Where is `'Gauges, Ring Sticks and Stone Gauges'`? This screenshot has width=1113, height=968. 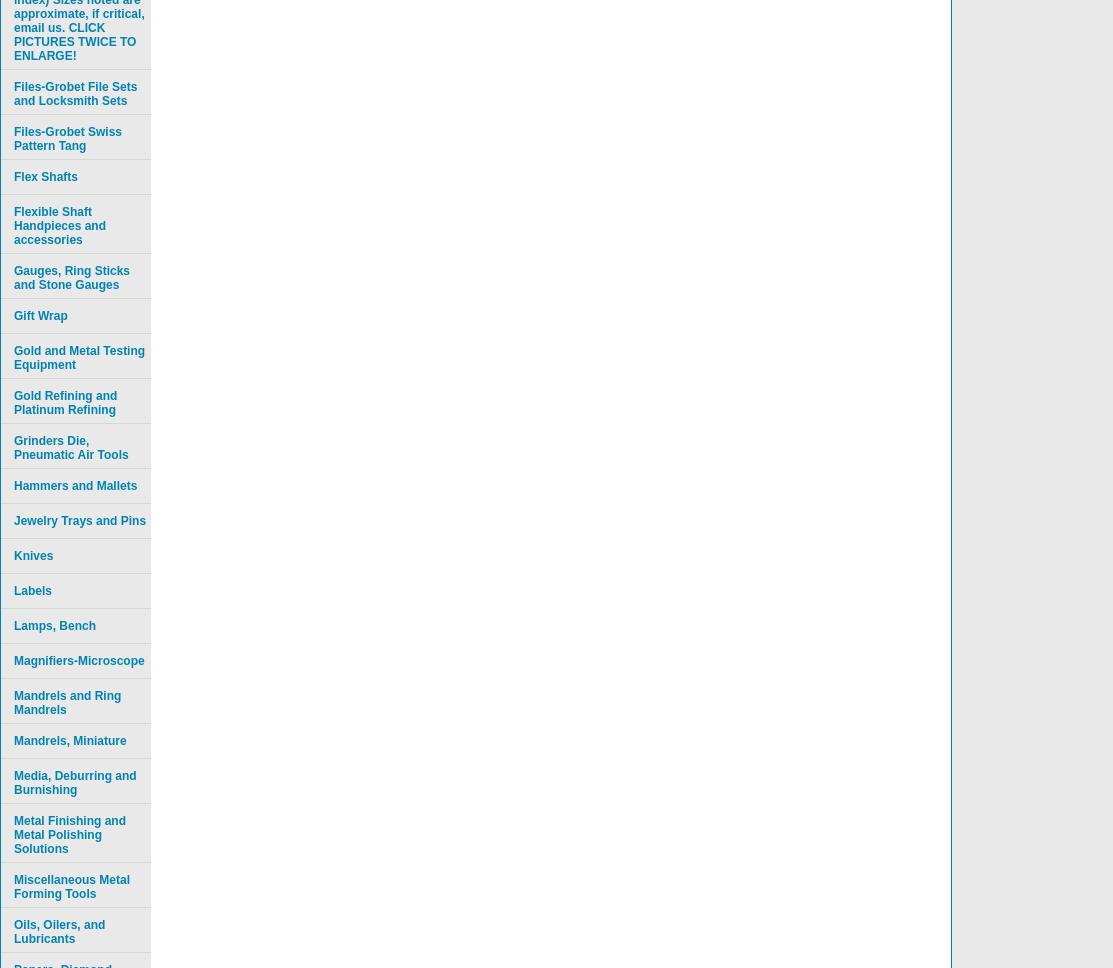 'Gauges, Ring Sticks and Stone Gauges' is located at coordinates (72, 278).